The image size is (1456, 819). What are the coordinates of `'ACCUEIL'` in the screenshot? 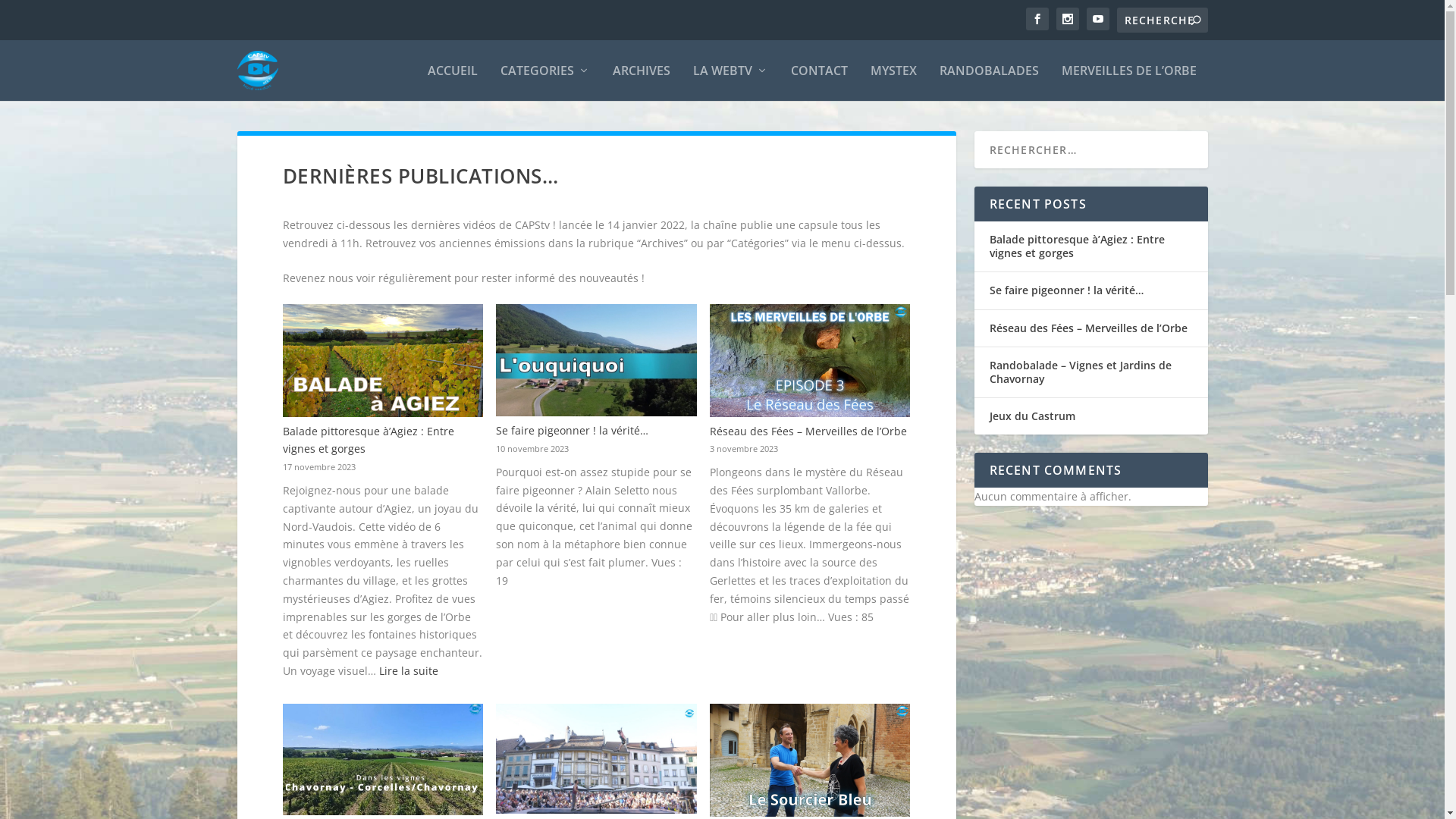 It's located at (451, 82).